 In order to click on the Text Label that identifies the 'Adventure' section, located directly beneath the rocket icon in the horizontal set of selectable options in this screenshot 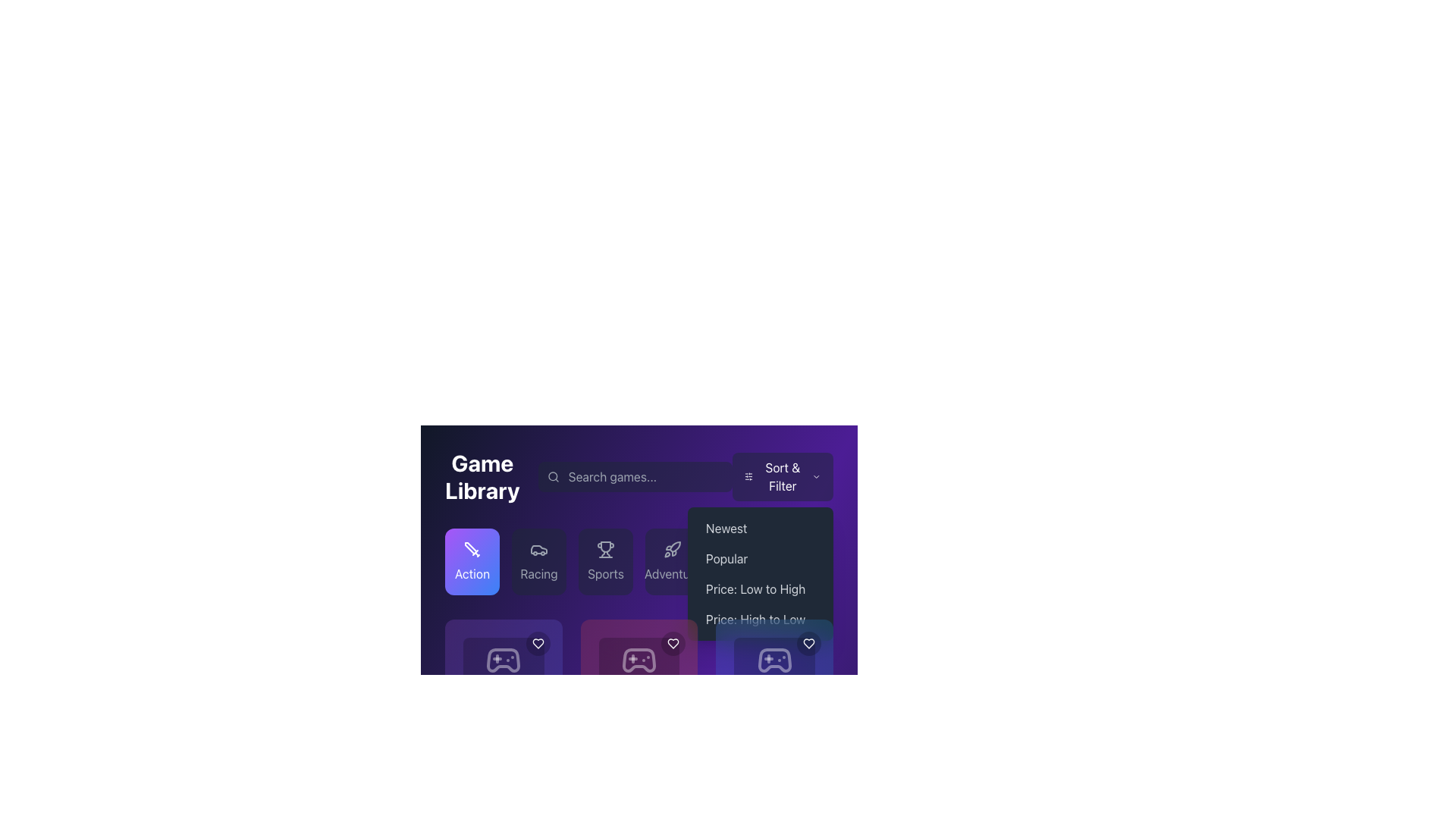, I will do `click(672, 573)`.